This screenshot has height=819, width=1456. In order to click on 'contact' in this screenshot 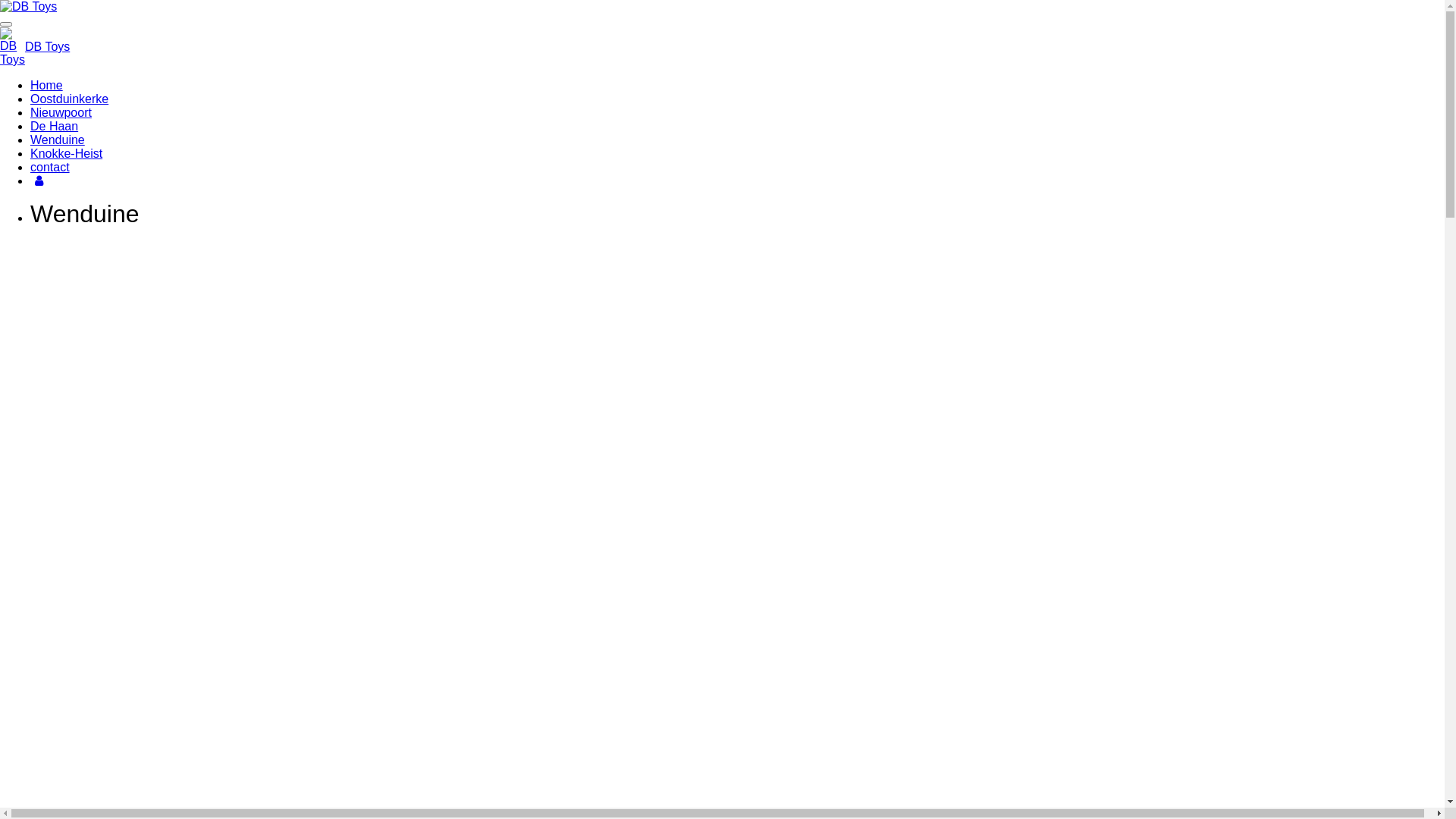, I will do `click(50, 167)`.